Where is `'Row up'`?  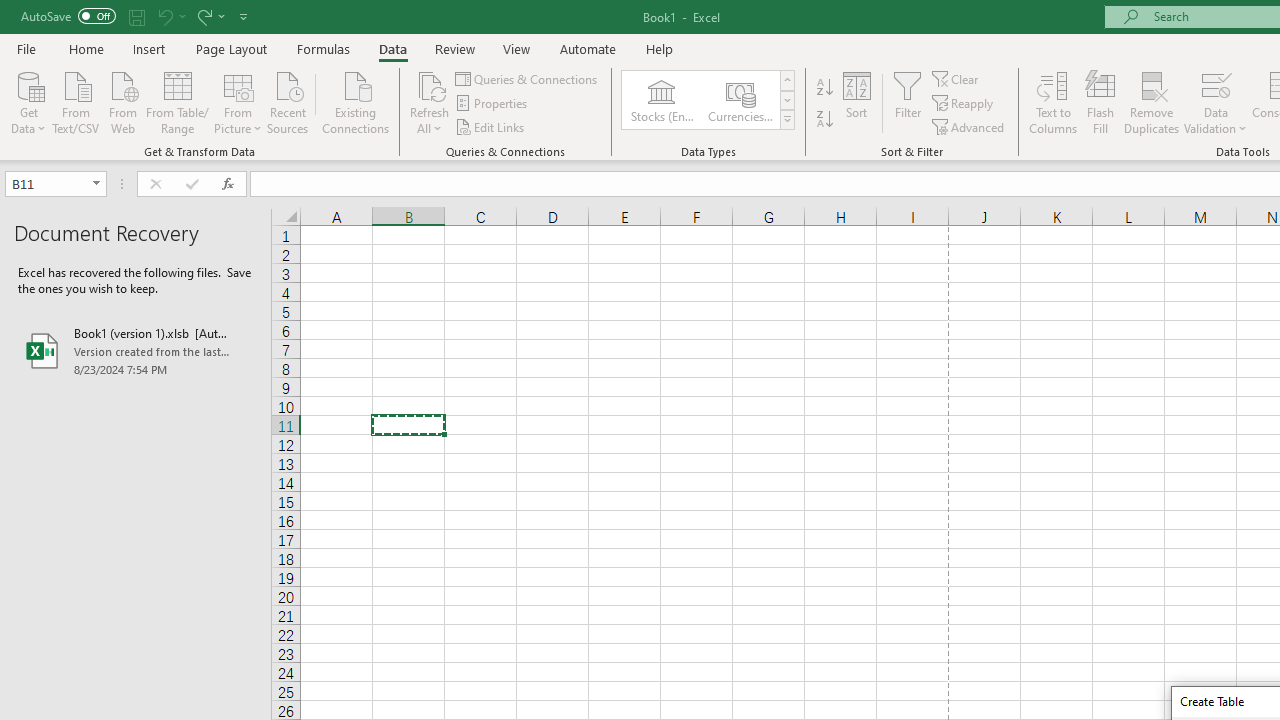
'Row up' is located at coordinates (786, 79).